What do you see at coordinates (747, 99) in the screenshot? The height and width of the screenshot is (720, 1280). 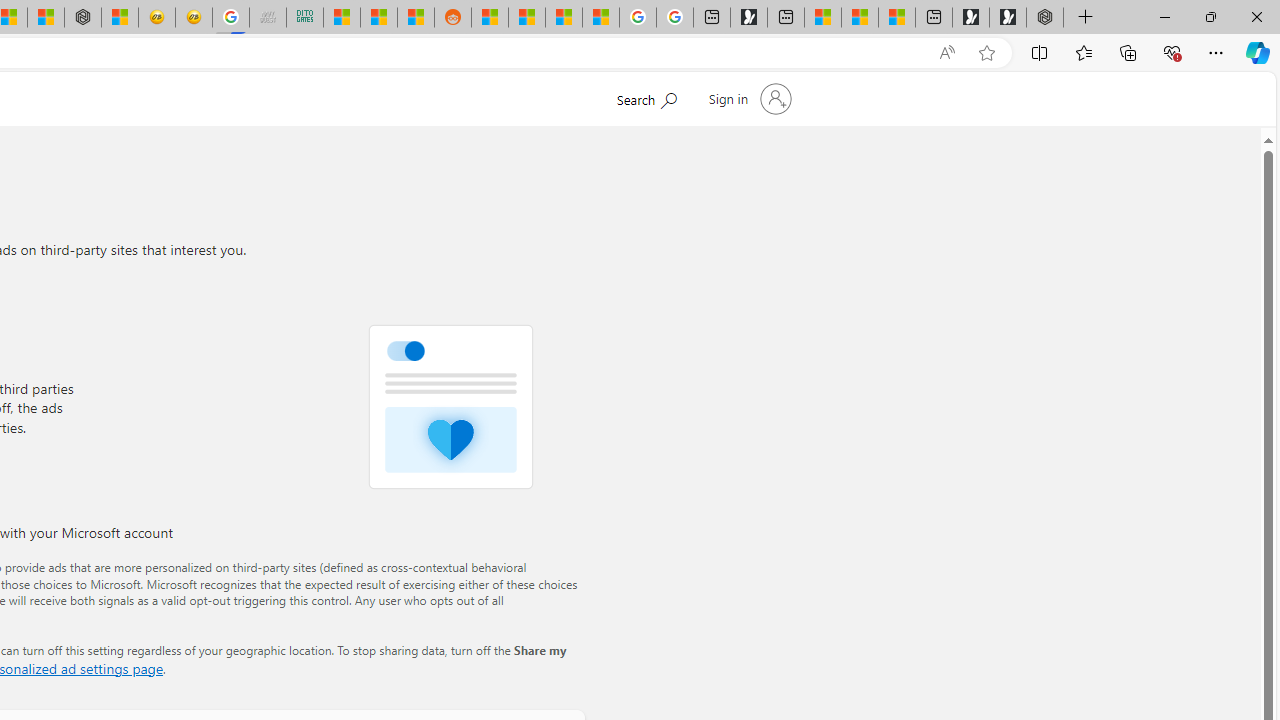 I see `'Sign in to your account'` at bounding box center [747, 99].